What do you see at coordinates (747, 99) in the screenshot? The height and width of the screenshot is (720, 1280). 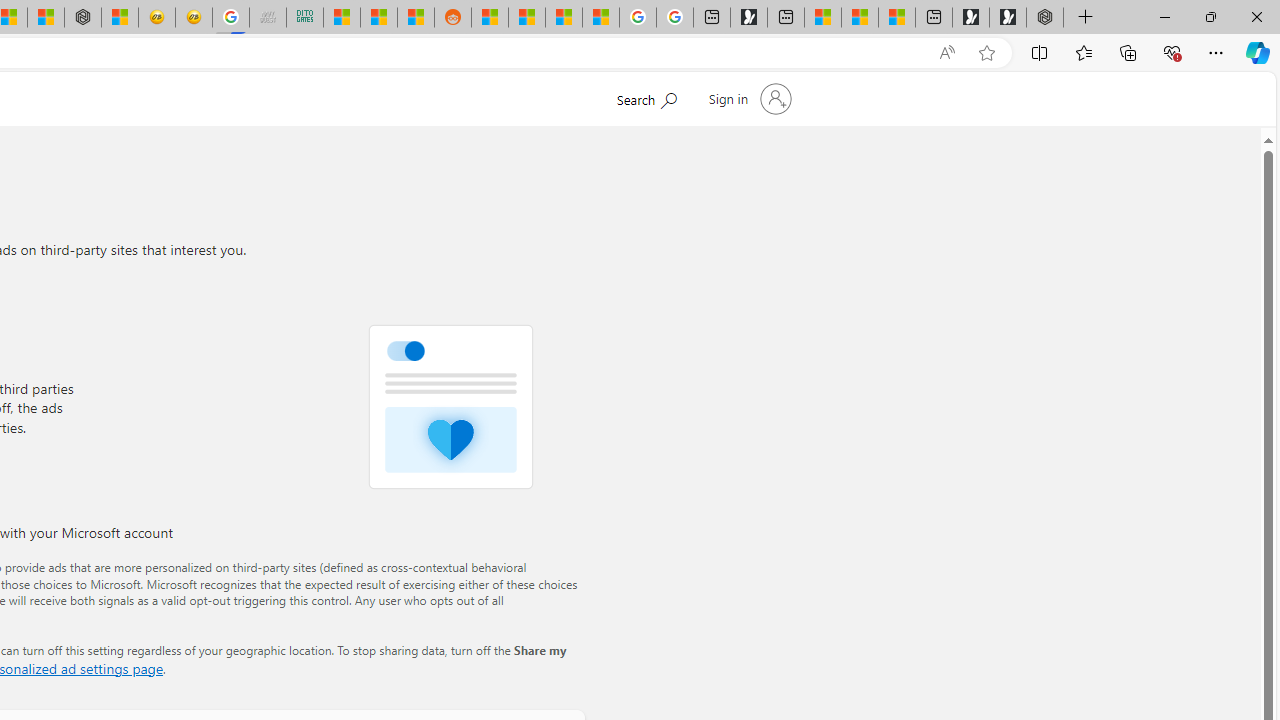 I see `'Sign in to your account'` at bounding box center [747, 99].